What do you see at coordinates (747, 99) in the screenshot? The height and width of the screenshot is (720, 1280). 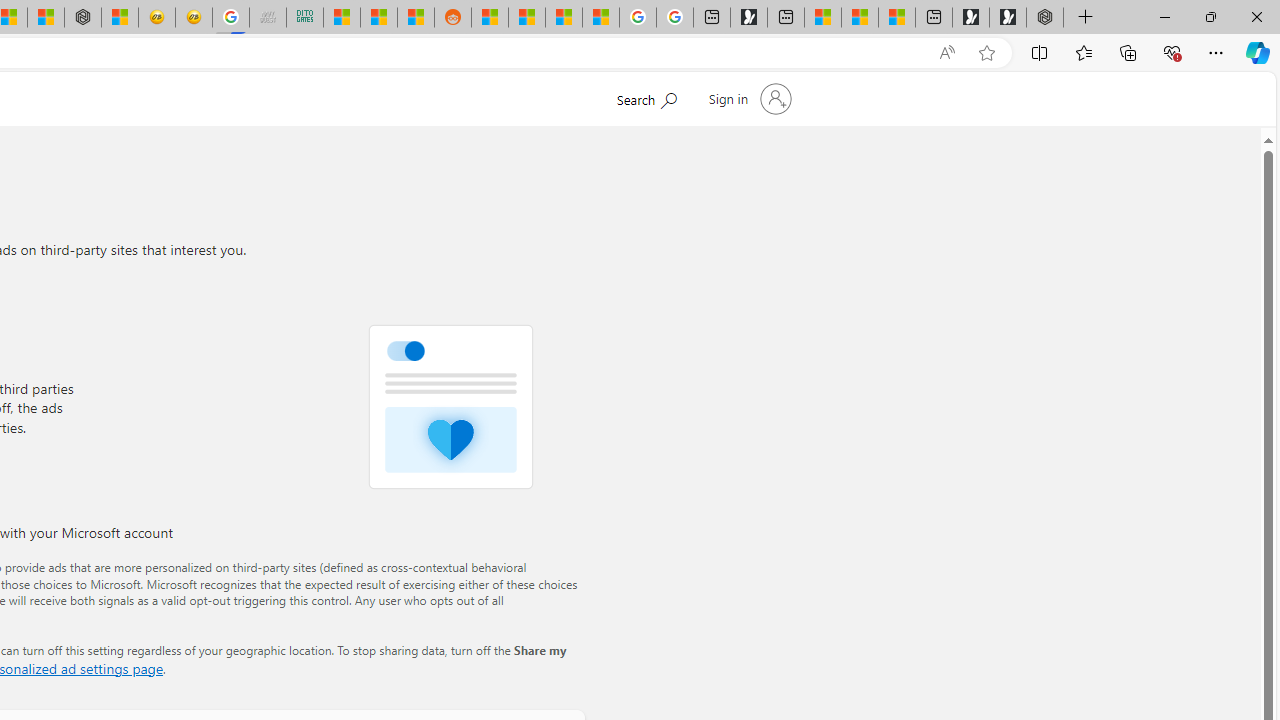 I see `'Sign in to your account'` at bounding box center [747, 99].